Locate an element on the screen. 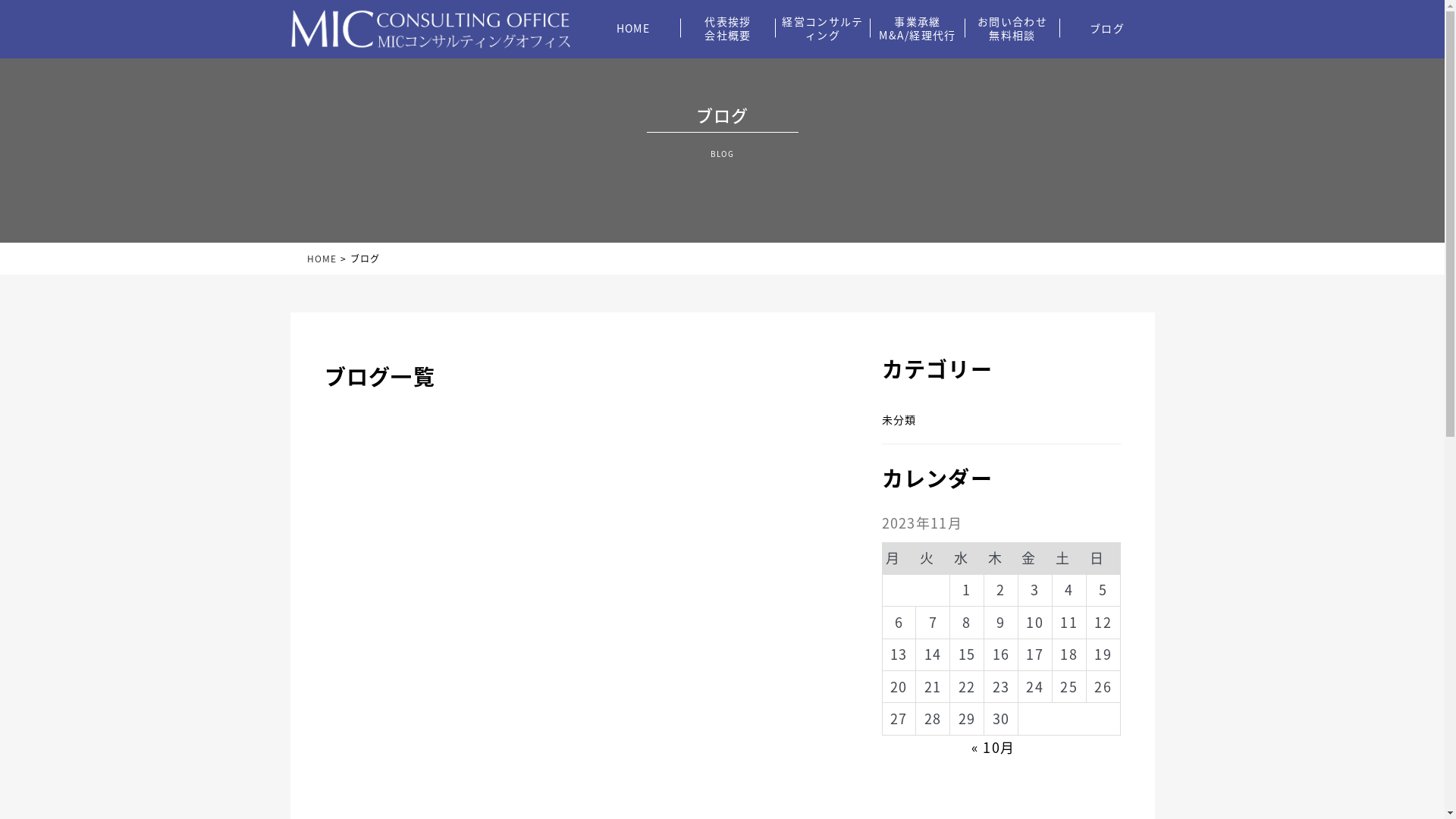 The image size is (1456, 819). 'HOME' is located at coordinates (290, 257).